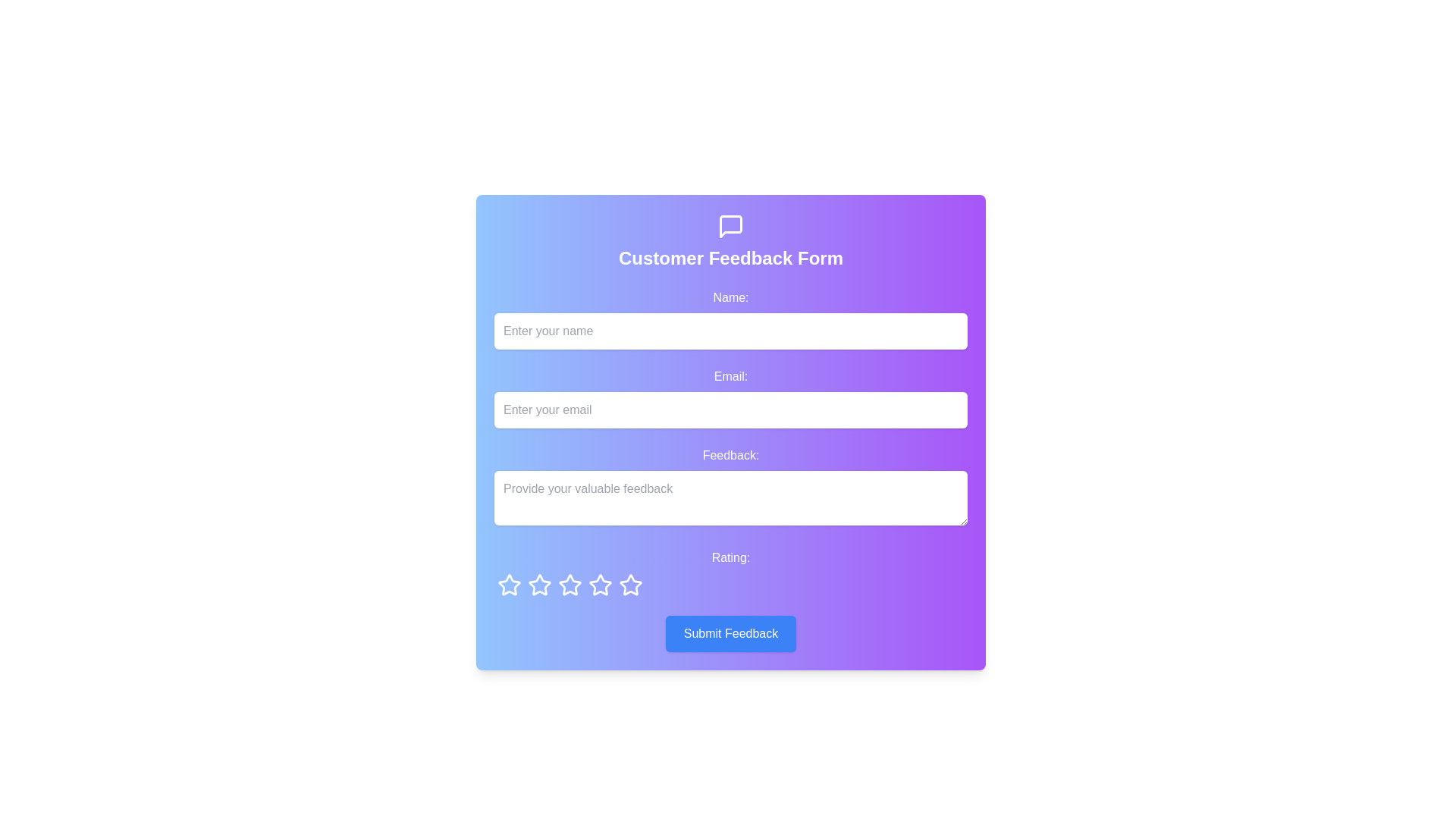  I want to click on inside the email input field, which is the second input field under the label 'Email:' in the form, to focus on it, so click(731, 397).